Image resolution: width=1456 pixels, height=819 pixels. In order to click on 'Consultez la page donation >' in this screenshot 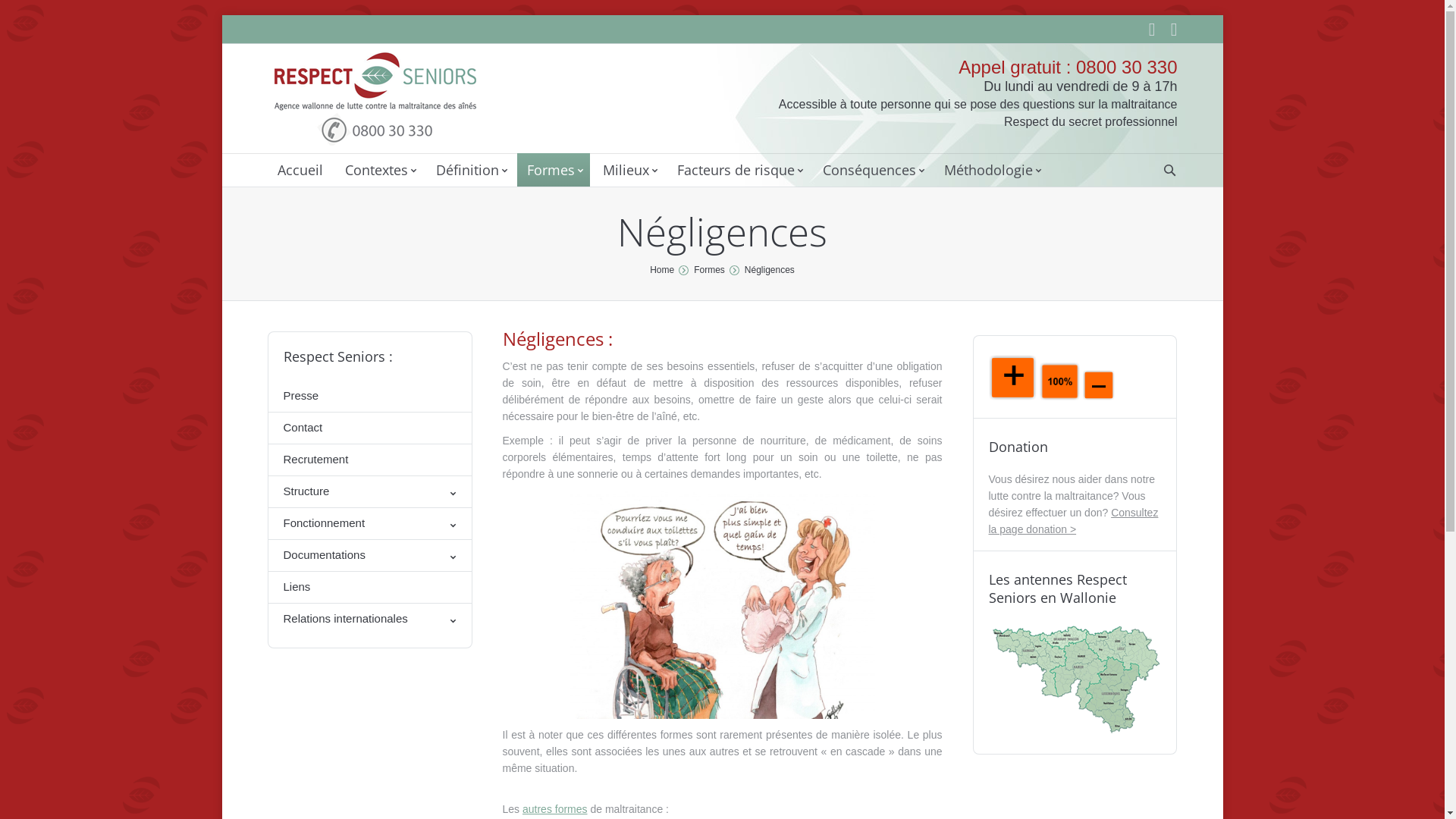, I will do `click(1073, 519)`.